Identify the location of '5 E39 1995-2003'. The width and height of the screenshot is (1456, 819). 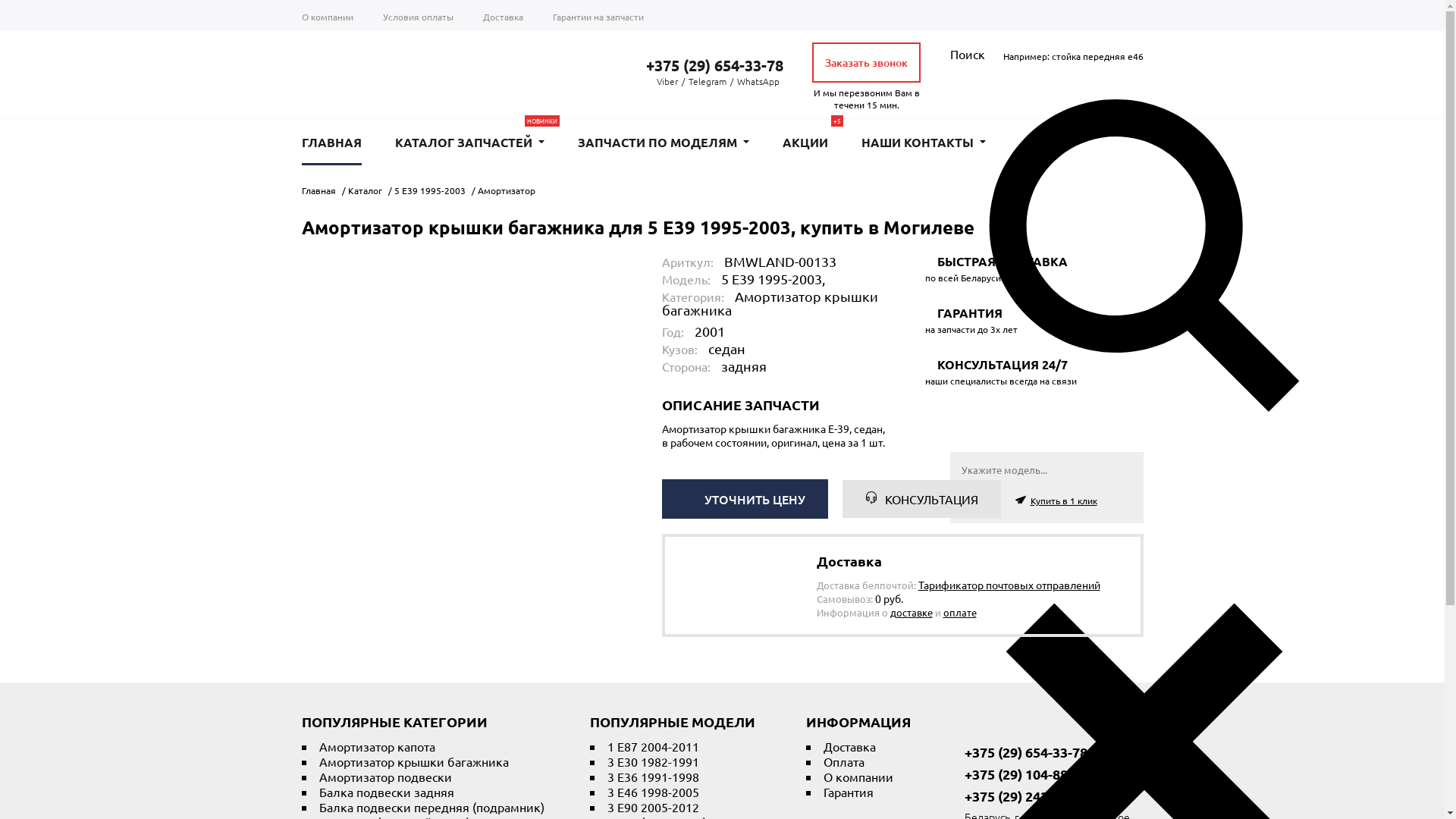
(394, 189).